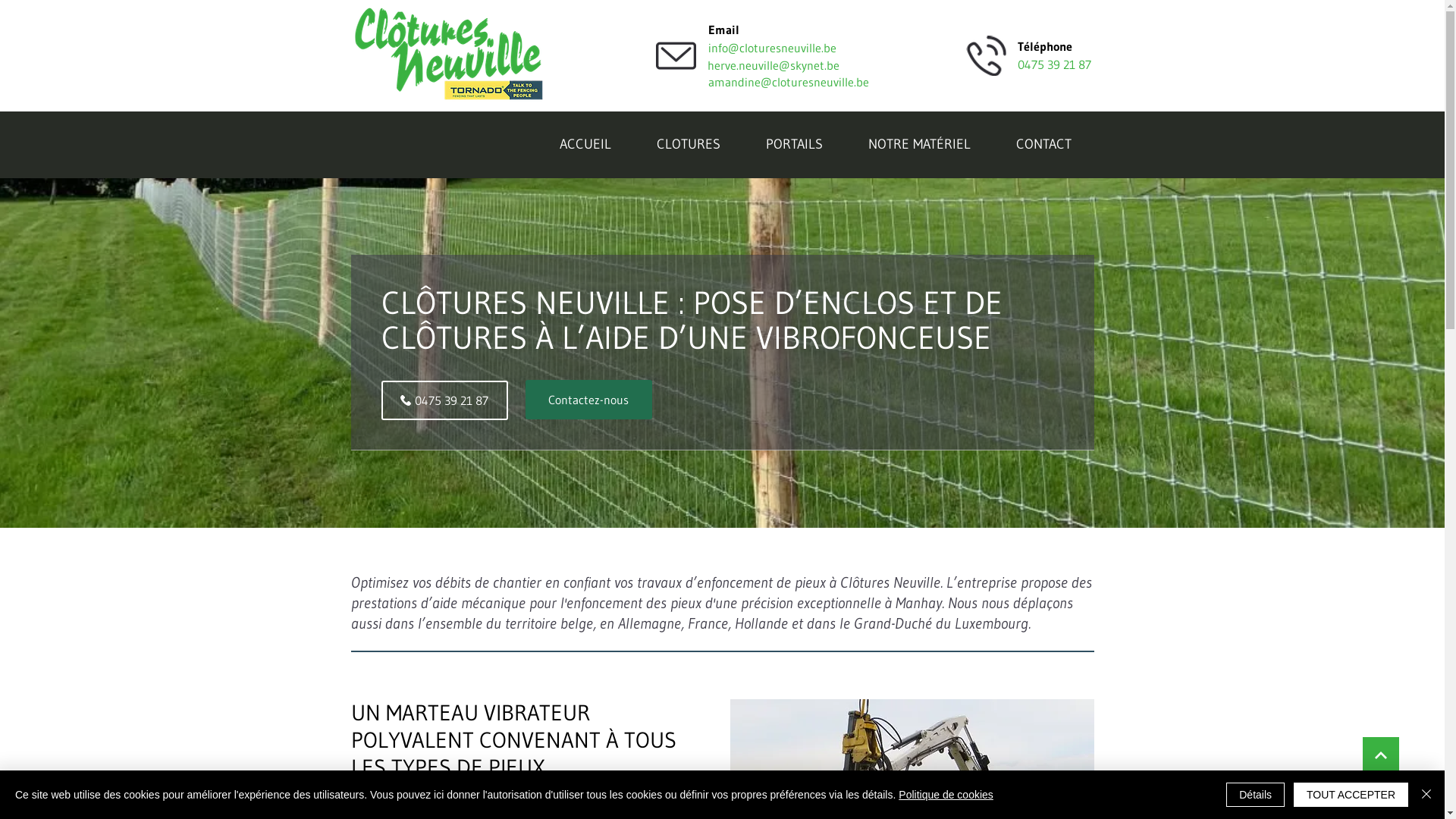 The width and height of the screenshot is (1456, 819). I want to click on 'PORTAILS', so click(742, 146).